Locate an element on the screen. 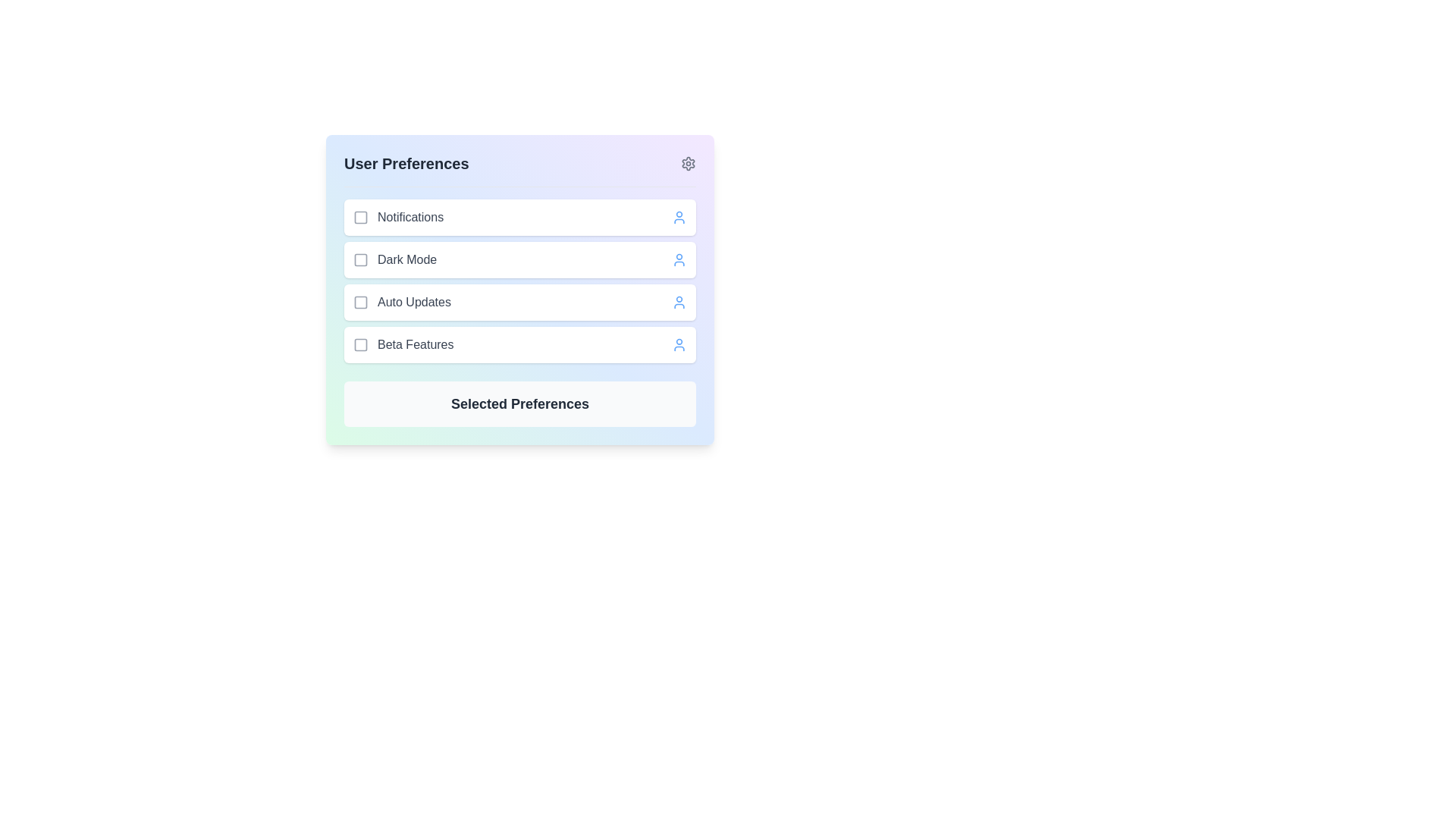 The width and height of the screenshot is (1456, 819). the icon representing actions related to 'Beta Features', positioned to the far right of the 'Beta Features' label in the user preferences list is located at coordinates (679, 345).